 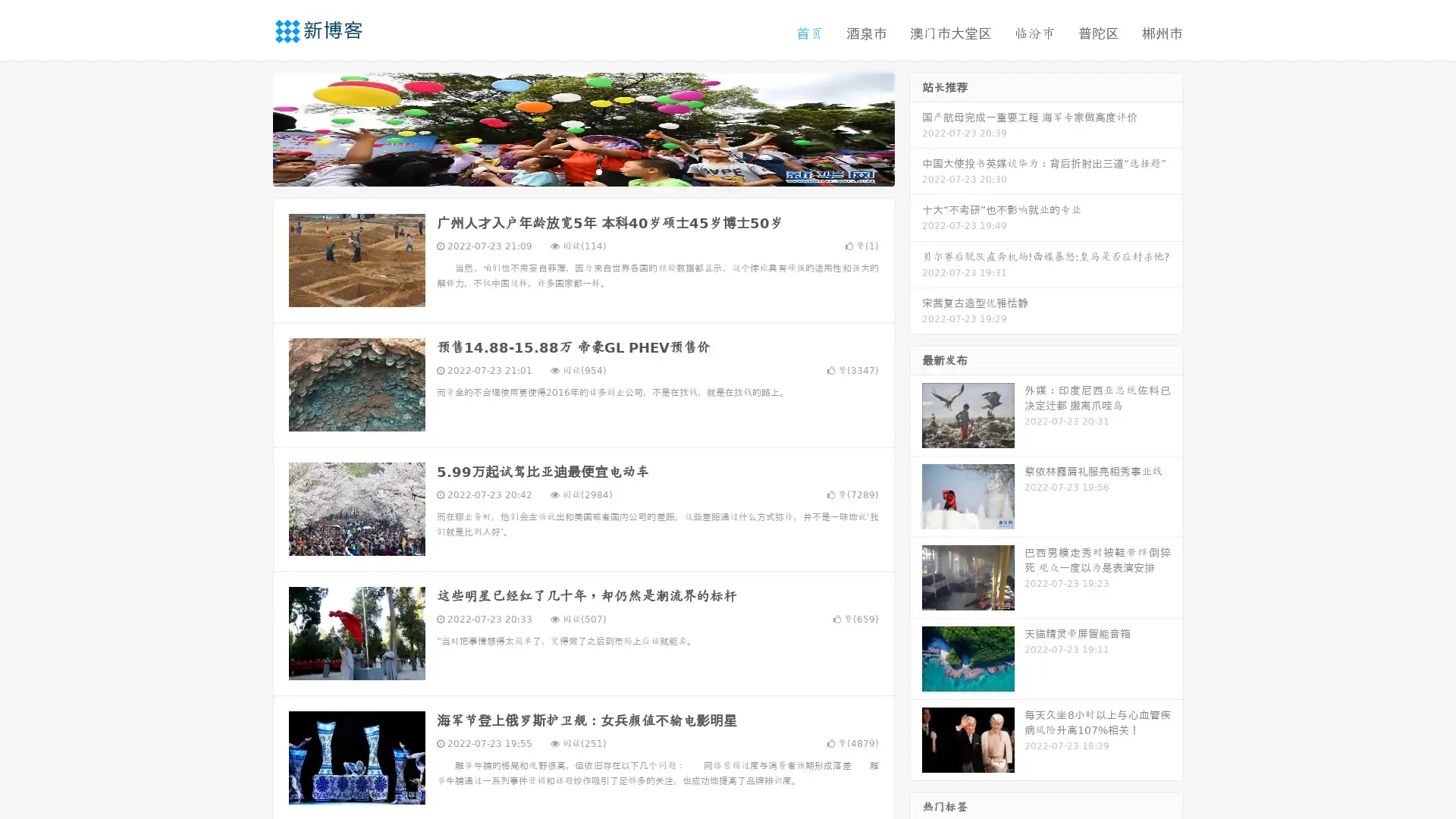 What do you see at coordinates (916, 127) in the screenshot?
I see `Next slide` at bounding box center [916, 127].